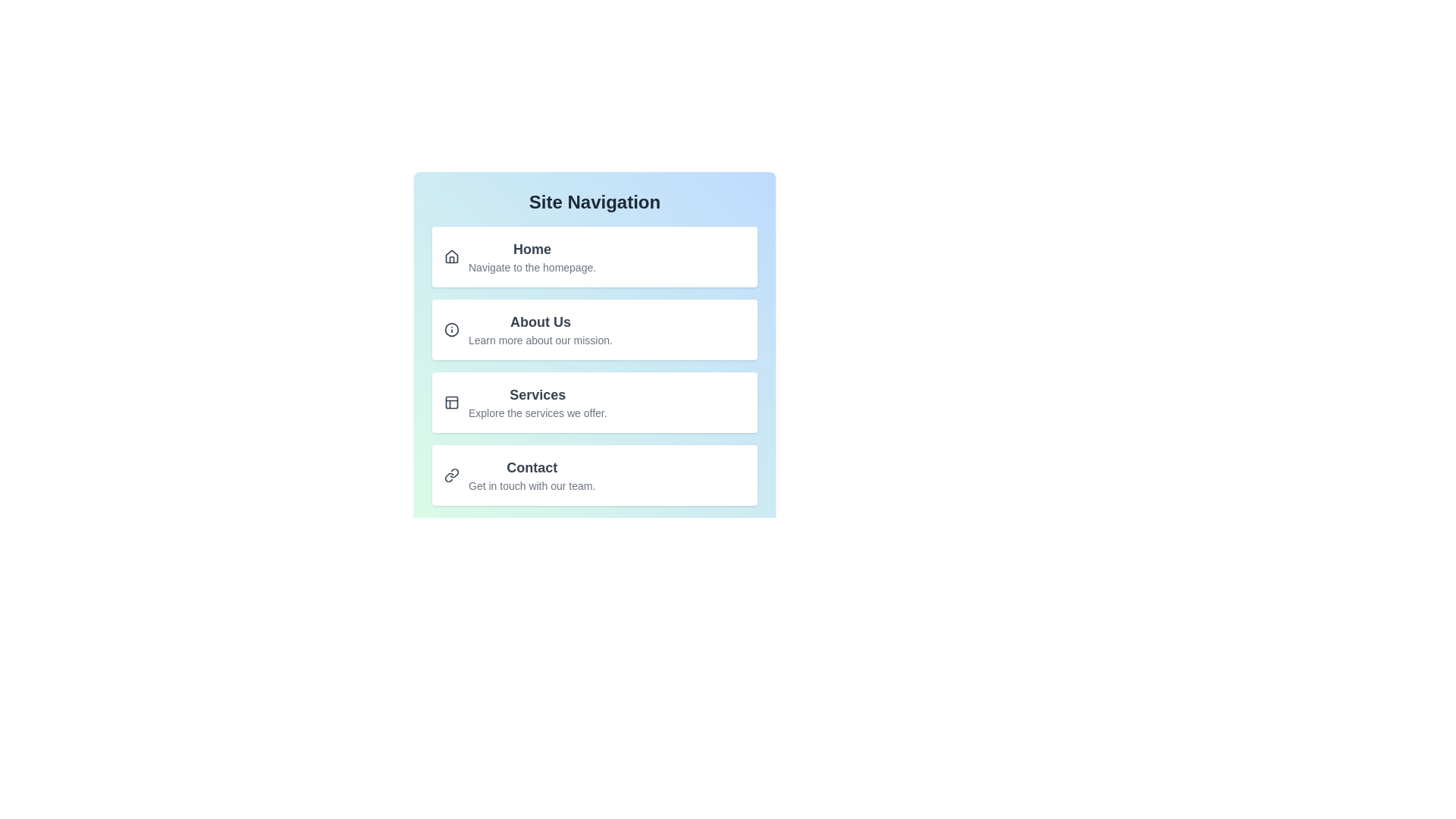 Image resolution: width=1456 pixels, height=819 pixels. What do you see at coordinates (594, 475) in the screenshot?
I see `the fourth item in the vertical navigation menu that serves as a link to the 'Contact' section, positioned below the 'Services' item` at bounding box center [594, 475].